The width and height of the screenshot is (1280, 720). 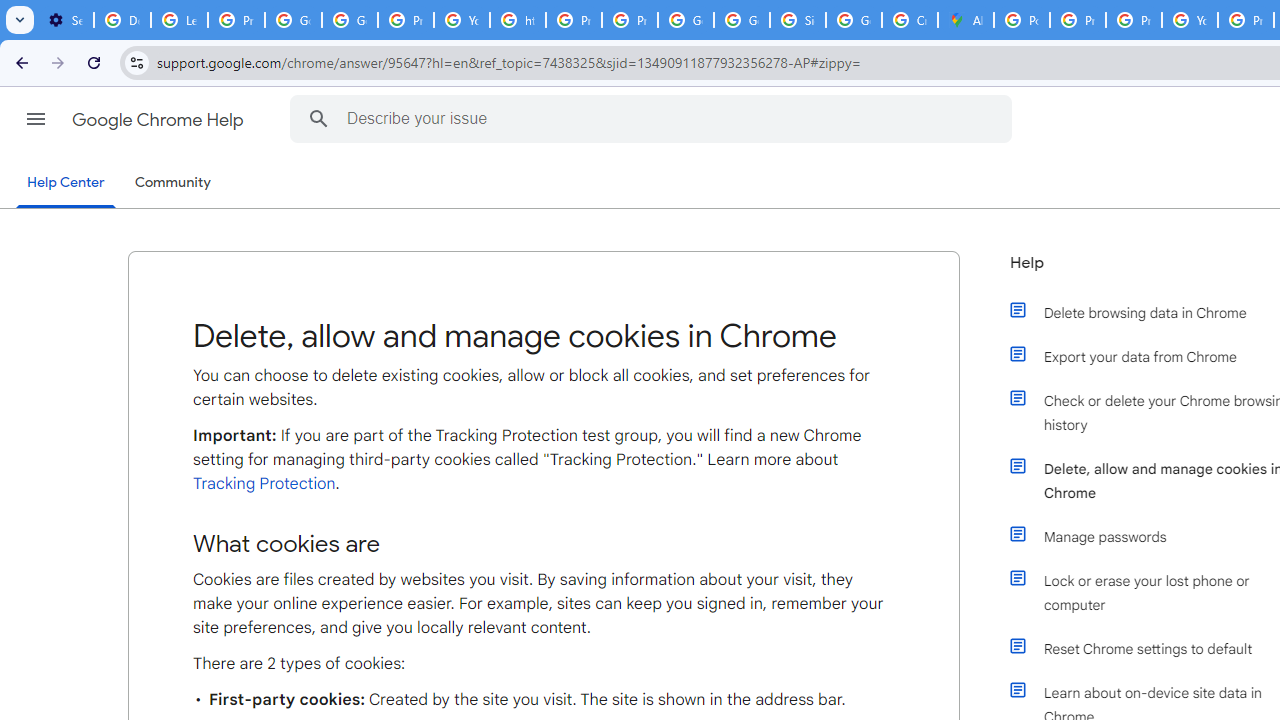 What do you see at coordinates (35, 119) in the screenshot?
I see `'Main menu'` at bounding box center [35, 119].